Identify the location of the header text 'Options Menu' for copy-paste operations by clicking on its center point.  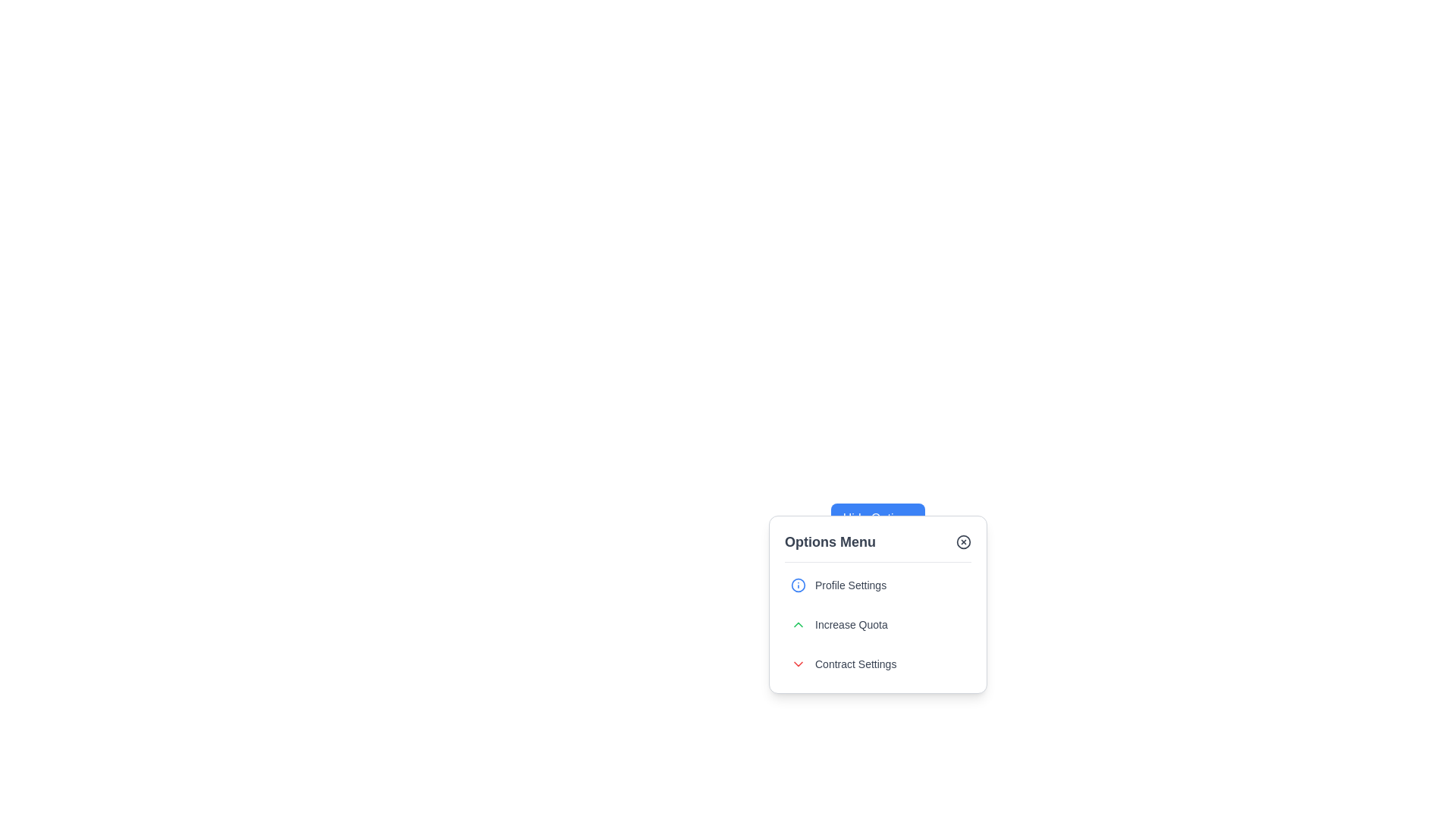
(829, 541).